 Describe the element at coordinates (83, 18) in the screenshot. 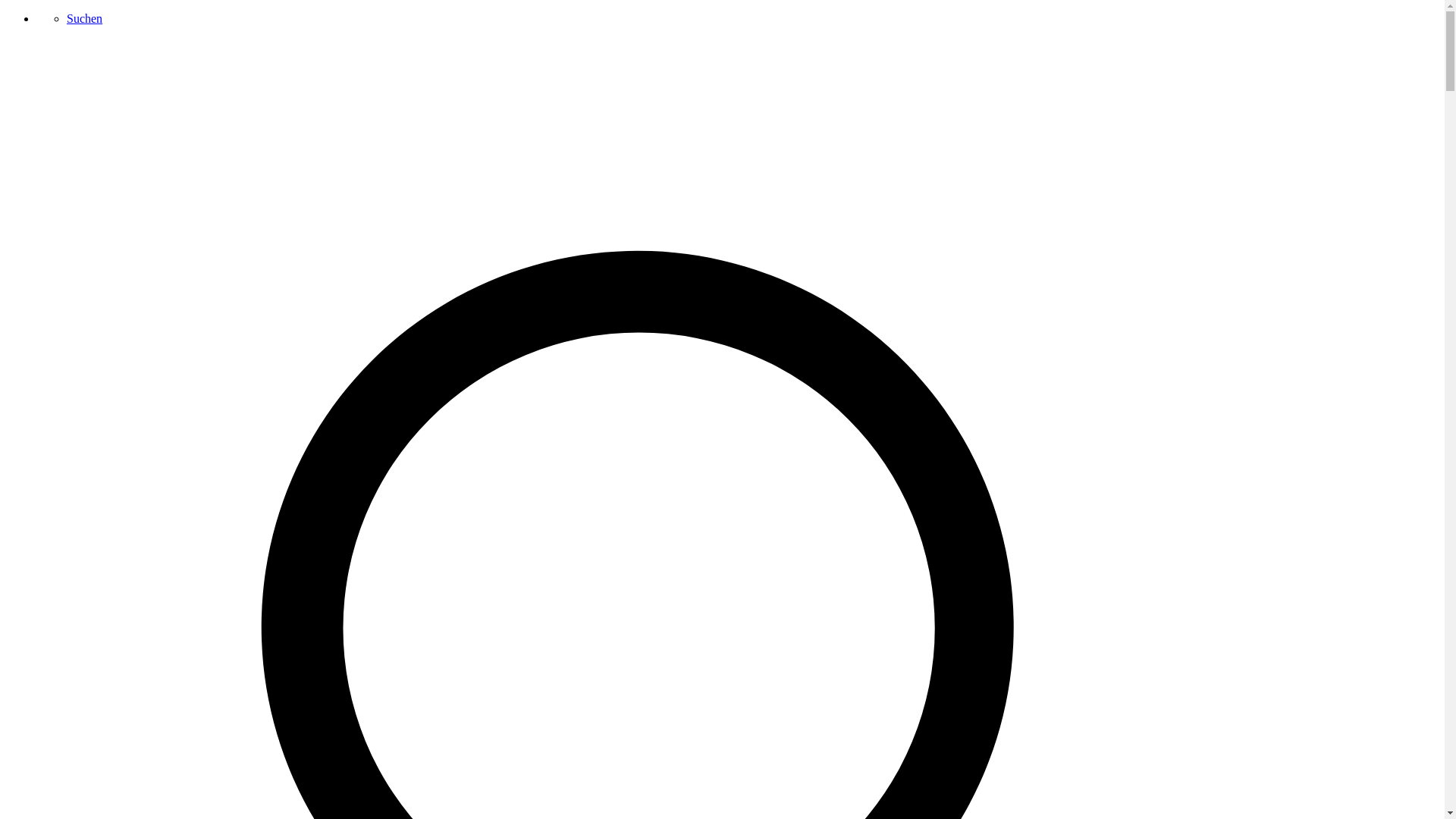

I see `'Suchen'` at that location.